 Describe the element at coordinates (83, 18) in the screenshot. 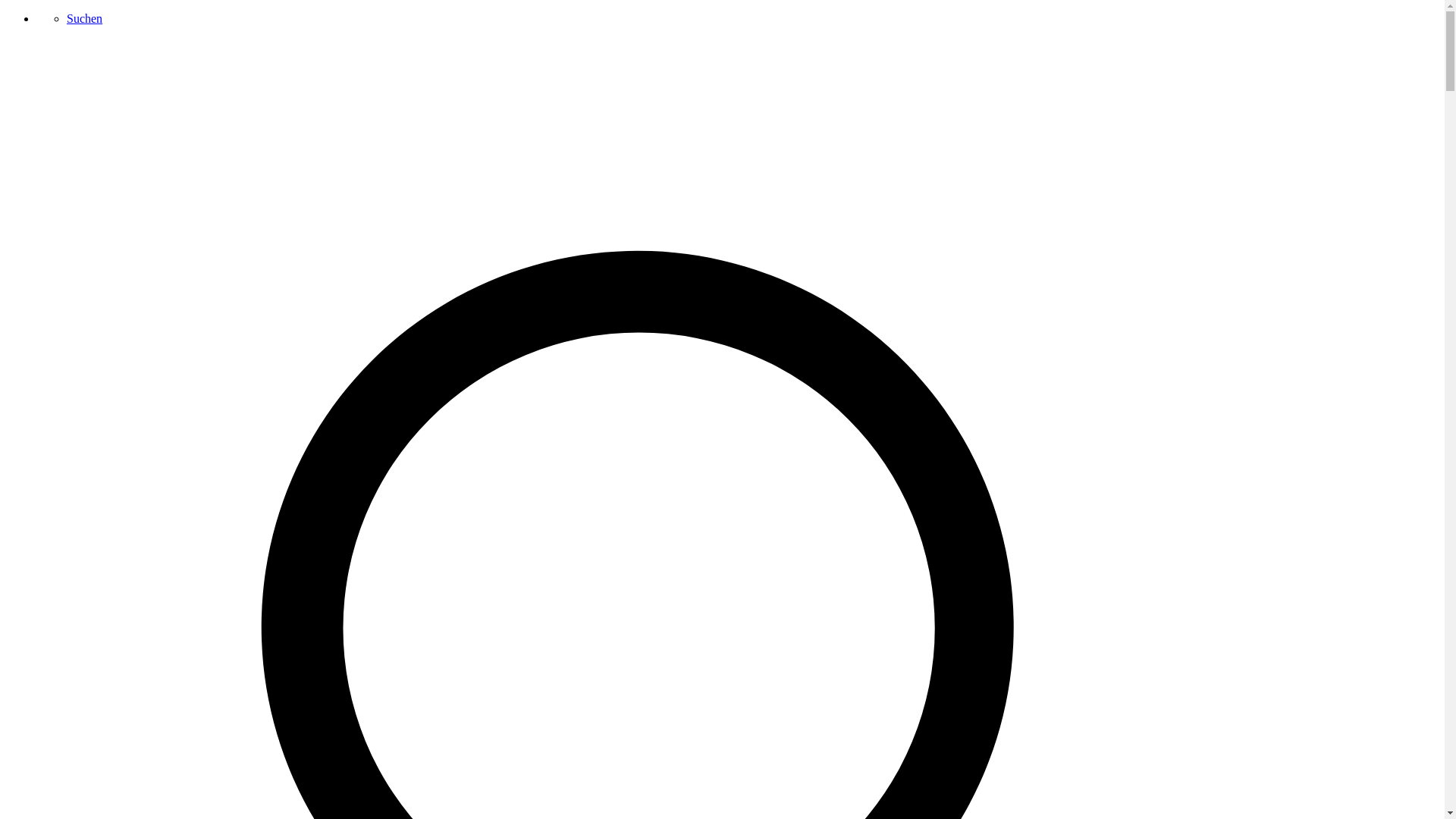

I see `'Suchen'` at that location.